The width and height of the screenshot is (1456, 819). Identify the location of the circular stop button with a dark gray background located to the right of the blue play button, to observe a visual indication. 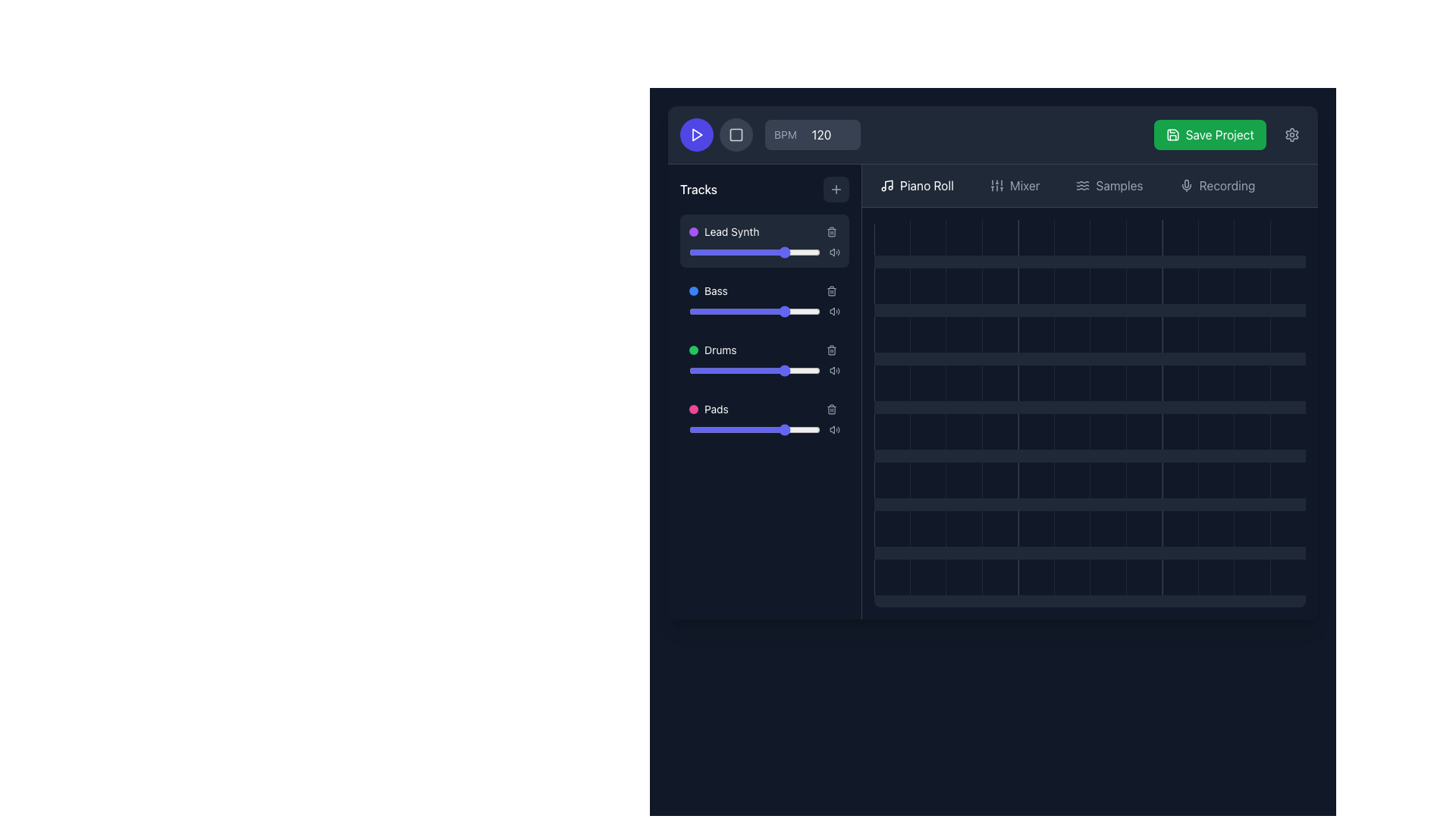
(736, 133).